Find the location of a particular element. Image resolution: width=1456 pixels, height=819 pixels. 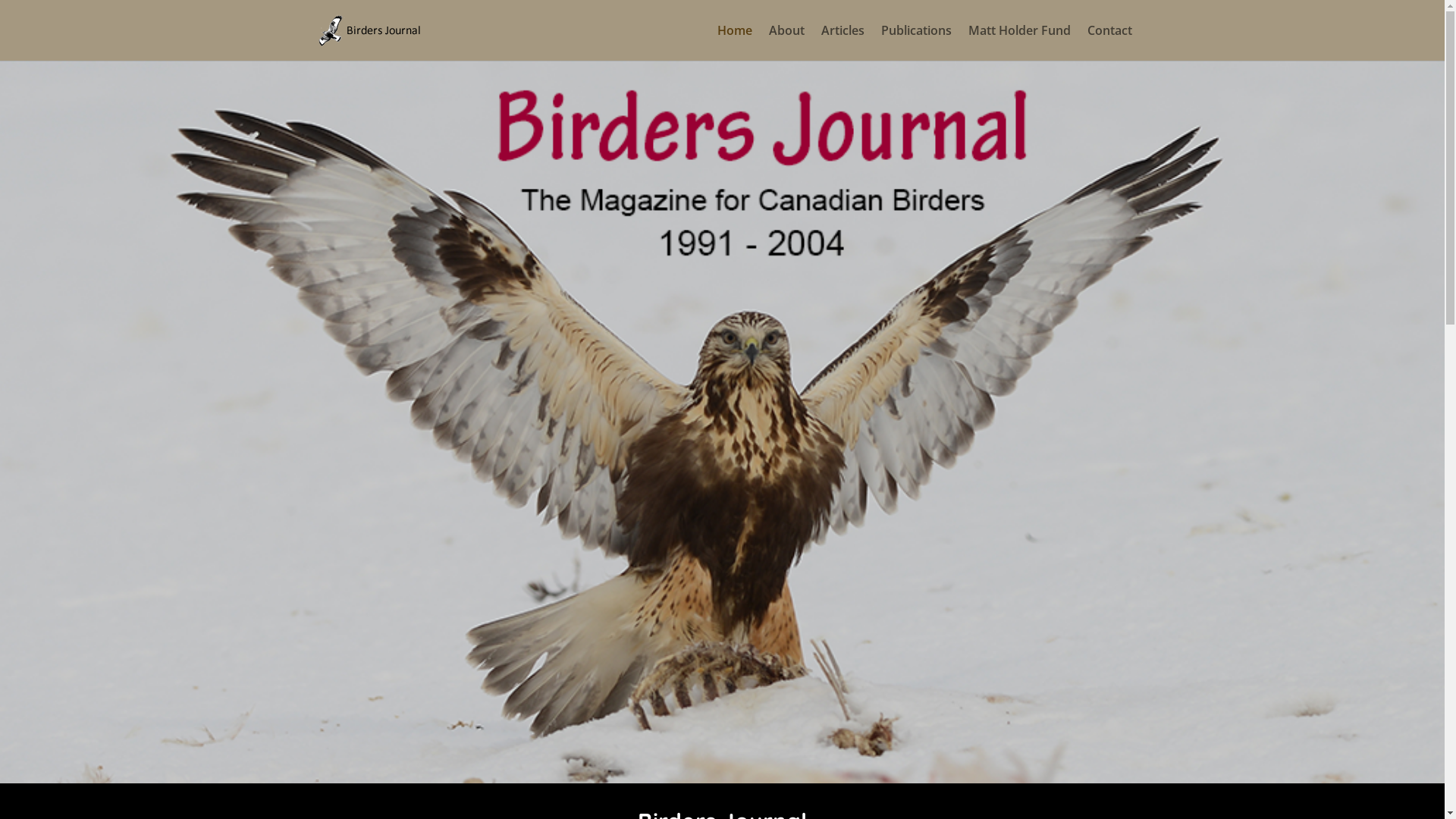

'Contact' is located at coordinates (1109, 42).